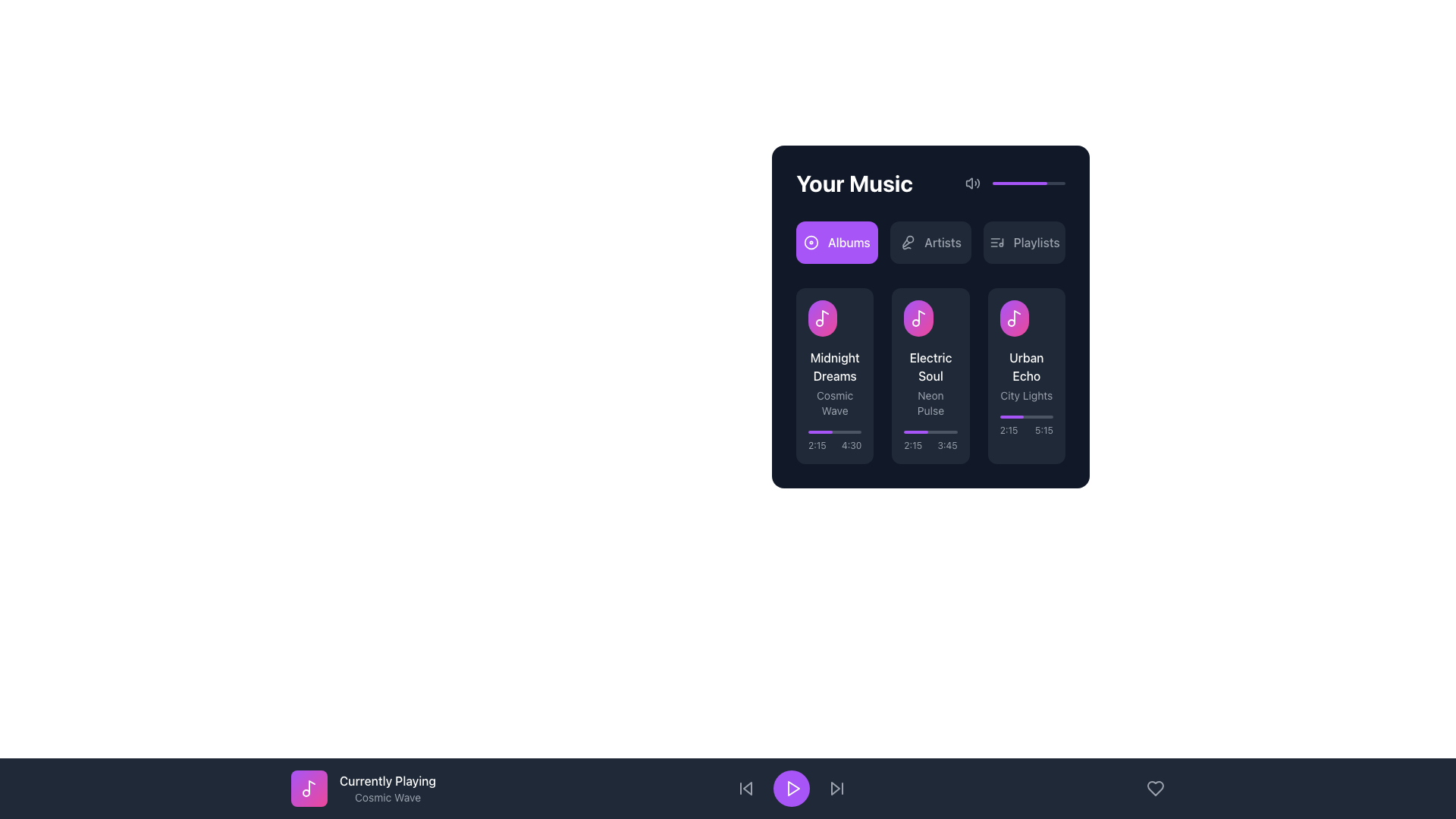 This screenshot has height=819, width=1456. I want to click on small music icon depicted as a musical note with a circular base, located in the top-left area of the main content section, above the text 'Midnight Dreams.', so click(822, 318).